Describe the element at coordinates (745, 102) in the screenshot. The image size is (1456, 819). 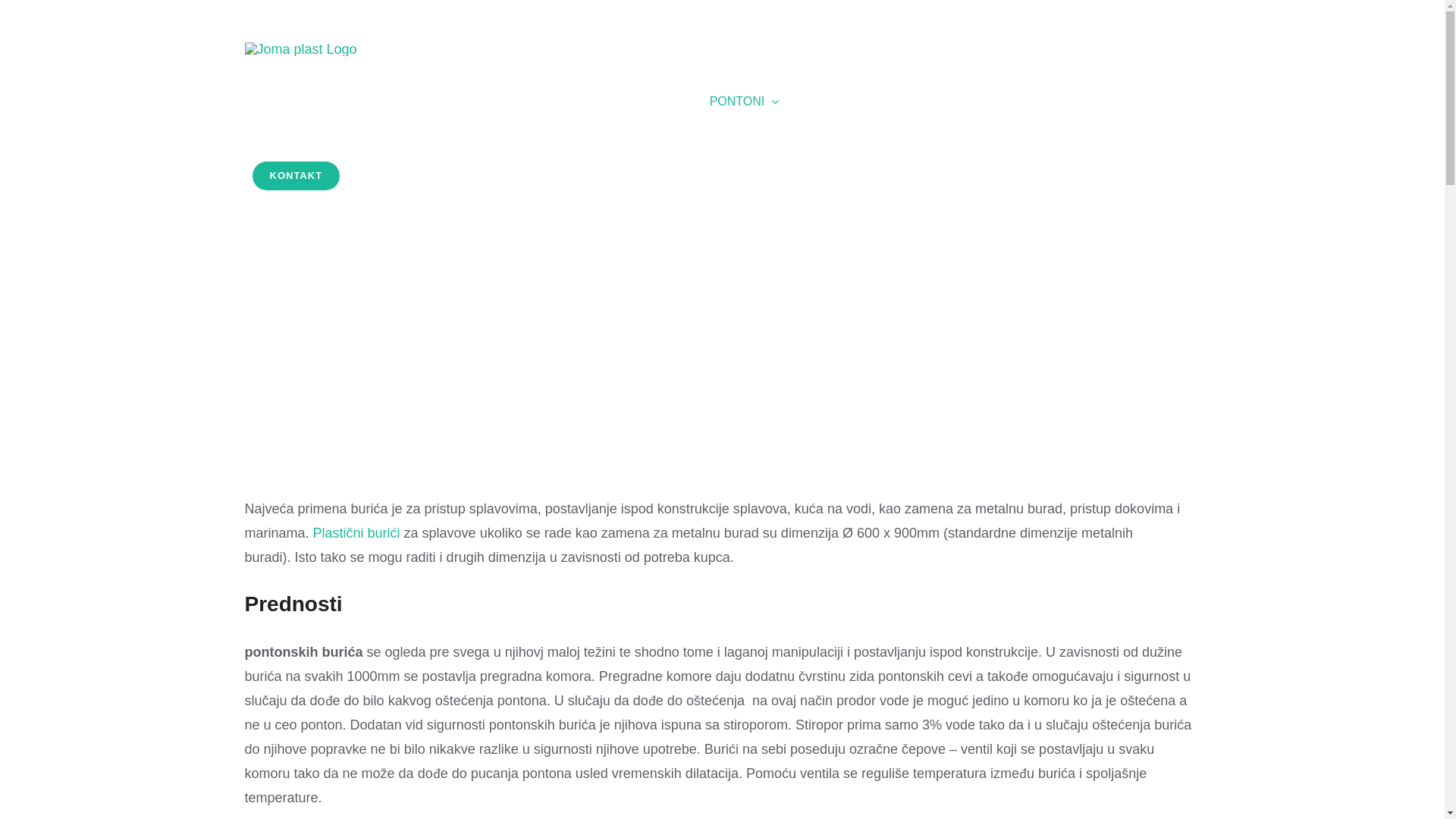
I see `'PONTONI'` at that location.